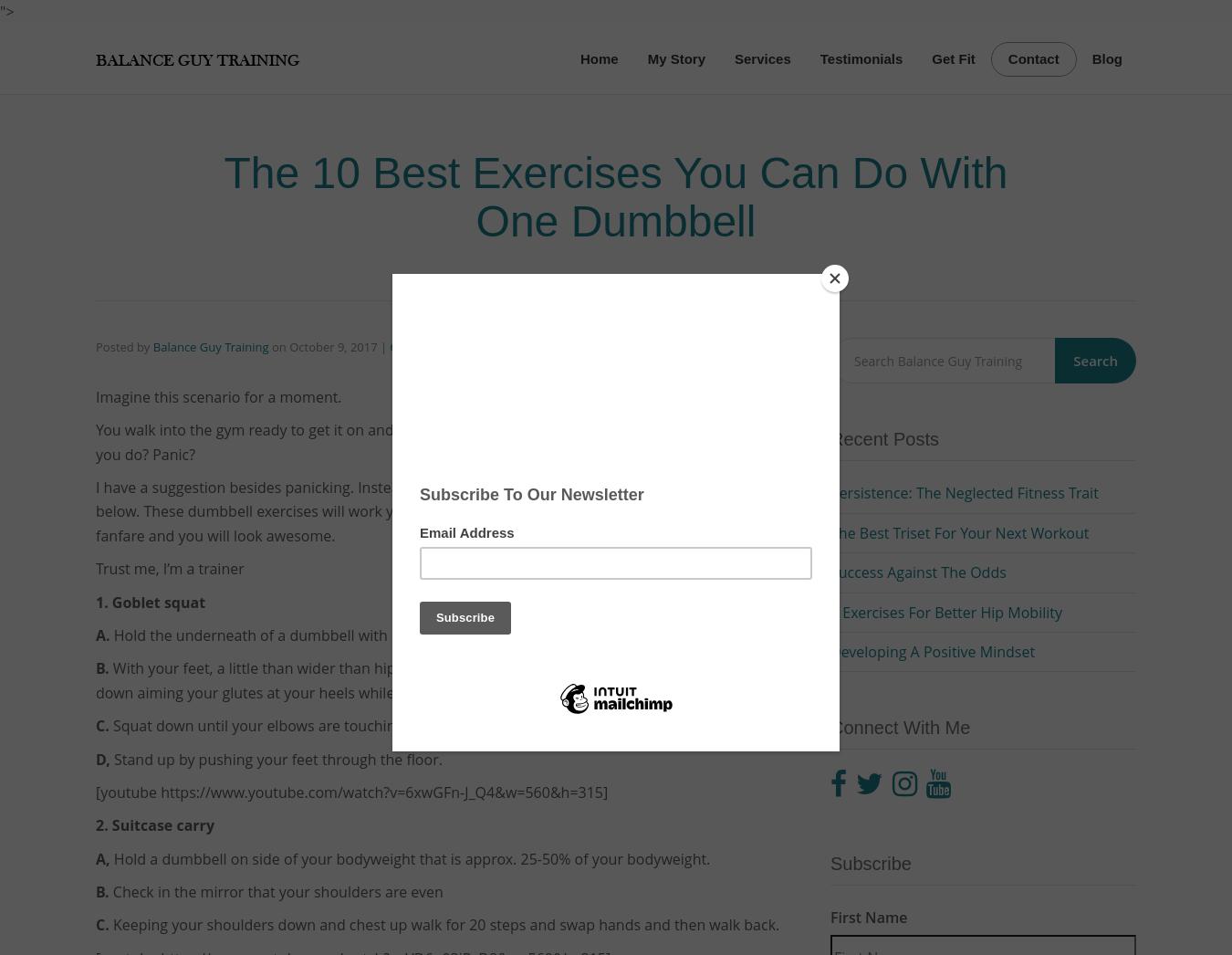  Describe the element at coordinates (830, 532) in the screenshot. I see `'The Best Triset For Your Next Workout'` at that location.